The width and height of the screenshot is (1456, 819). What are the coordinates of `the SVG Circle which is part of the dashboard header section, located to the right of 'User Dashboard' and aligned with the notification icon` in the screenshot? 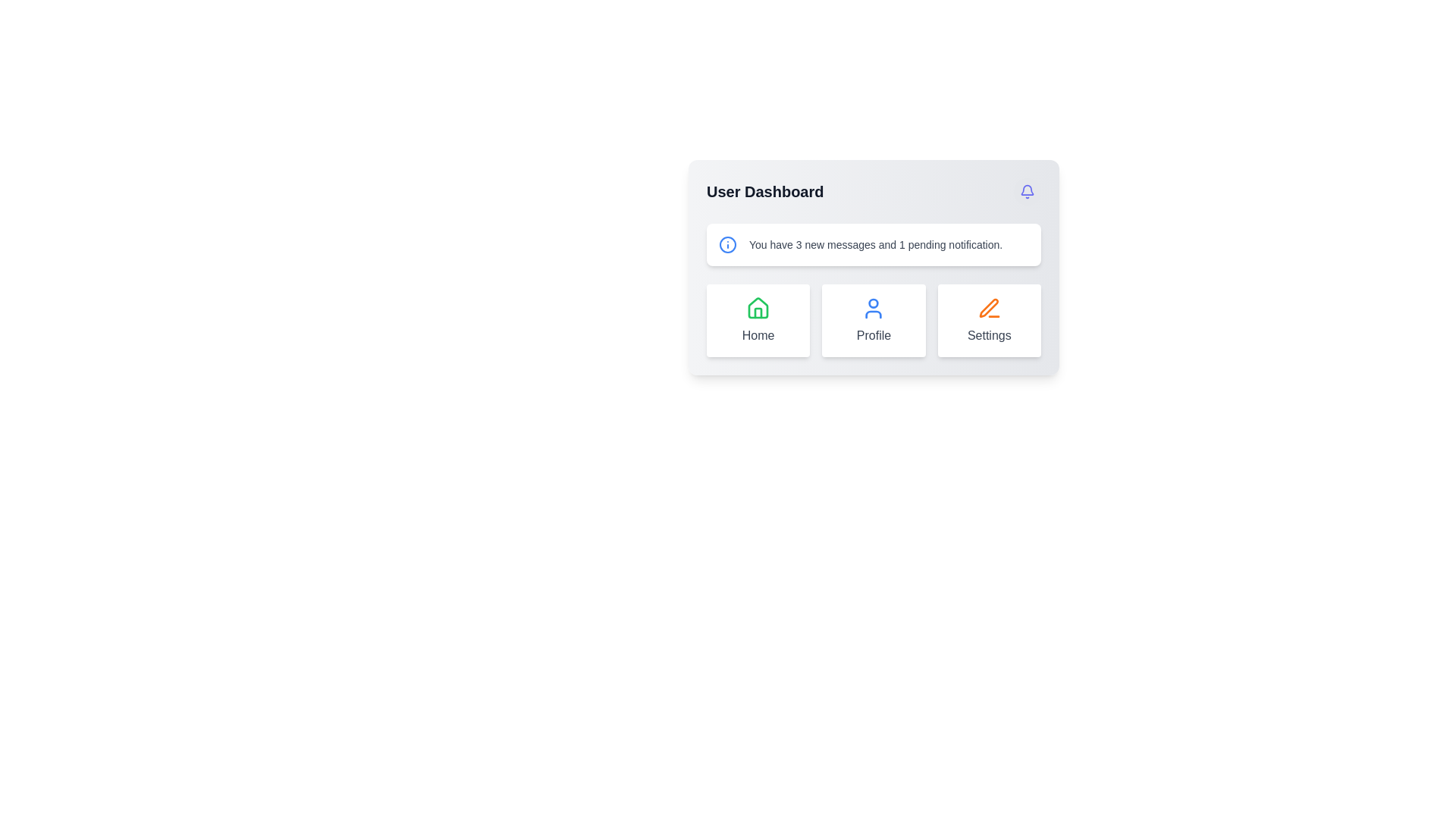 It's located at (728, 244).